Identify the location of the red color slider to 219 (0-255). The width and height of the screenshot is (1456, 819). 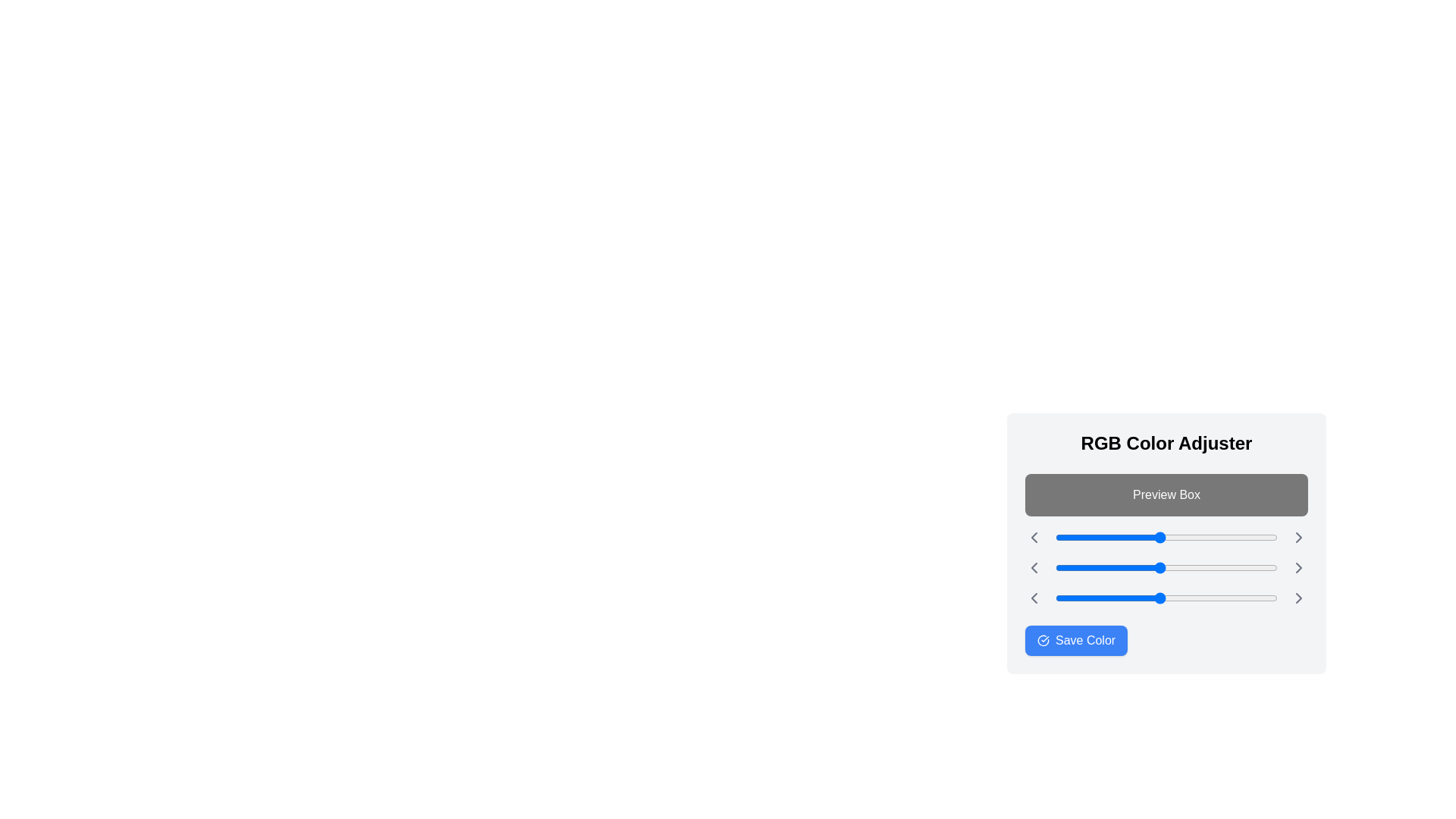
(1246, 537).